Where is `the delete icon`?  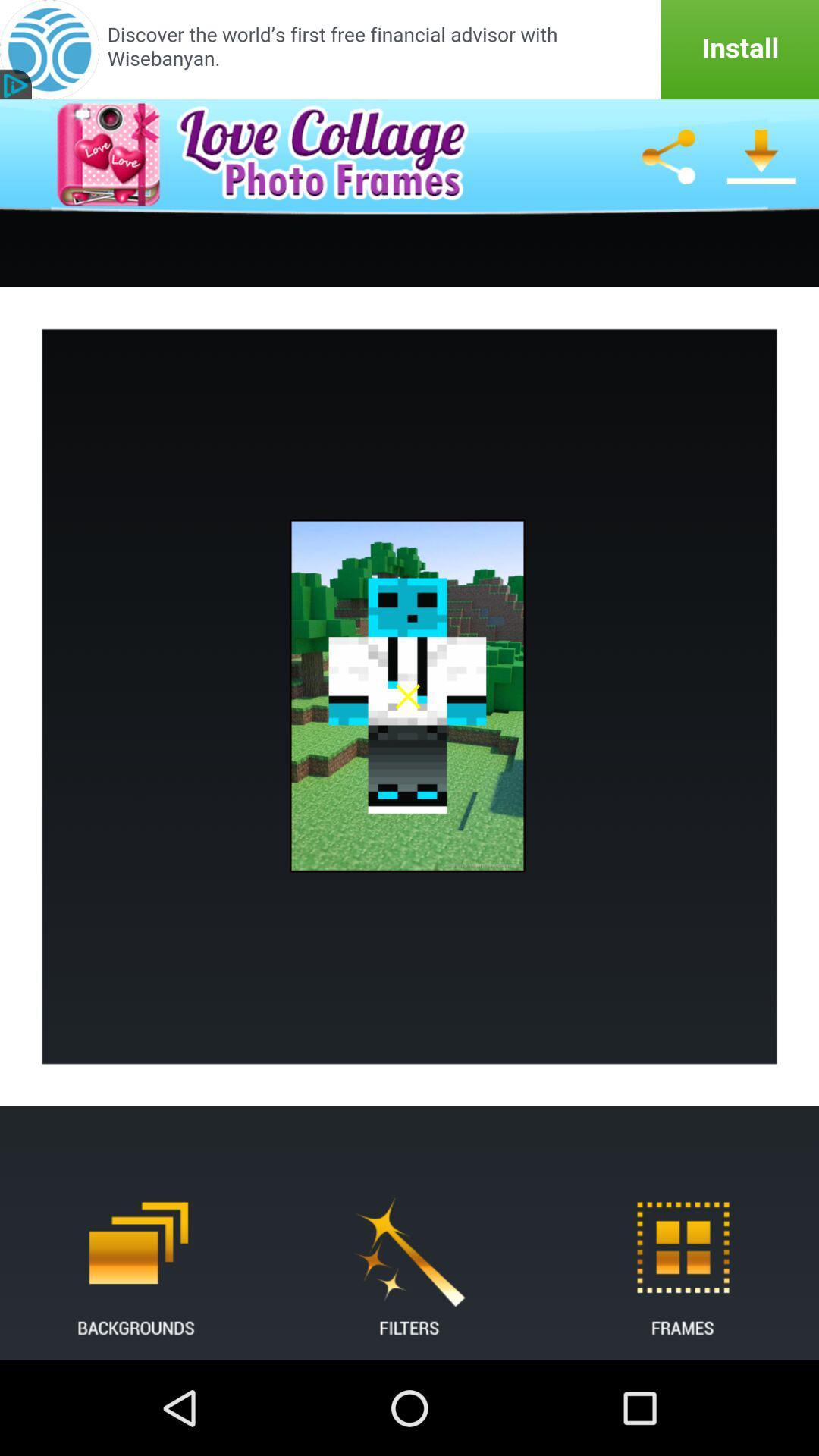
the delete icon is located at coordinates (136, 1358).